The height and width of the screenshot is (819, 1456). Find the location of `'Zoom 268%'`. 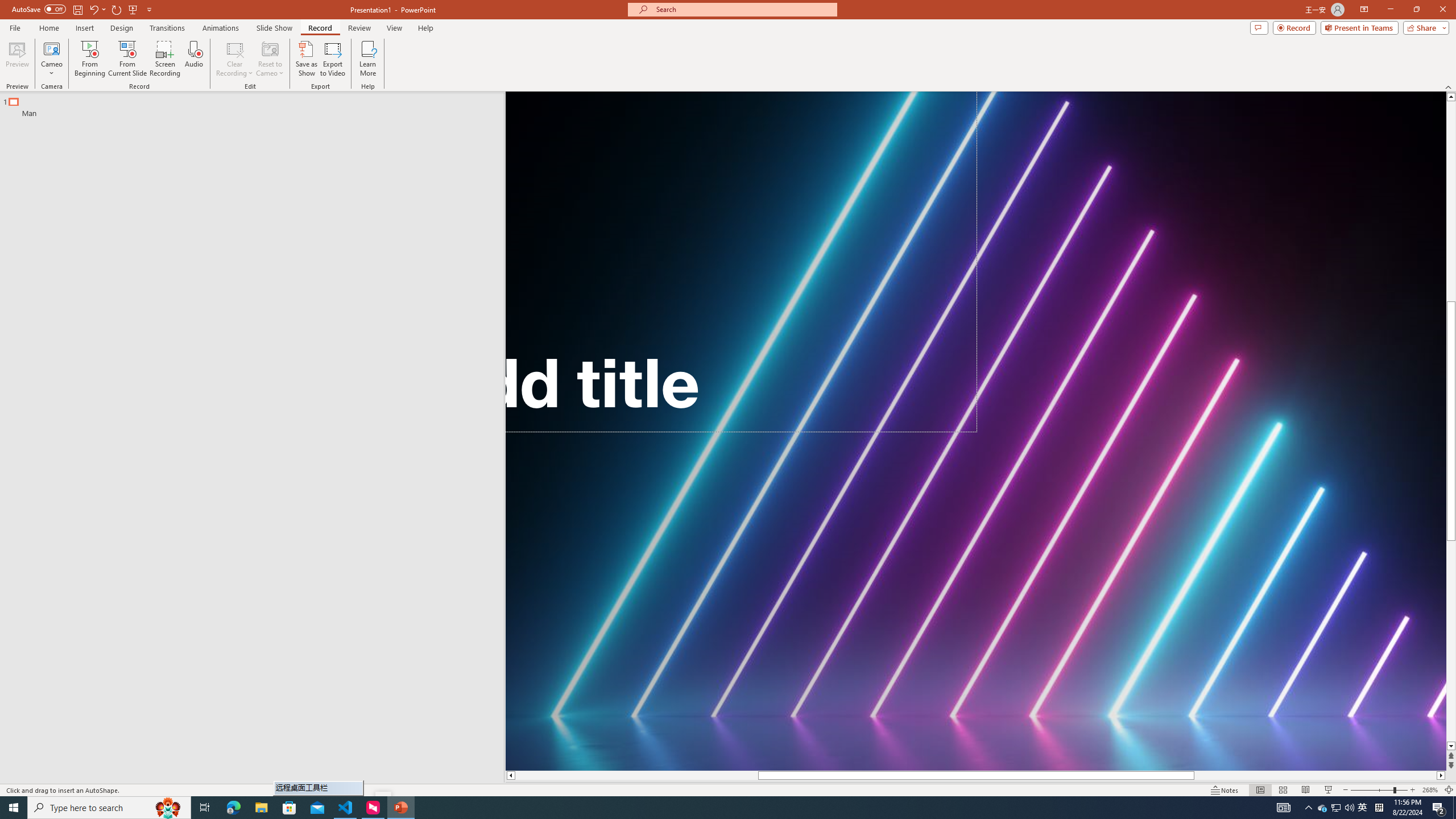

'Zoom 268%' is located at coordinates (1430, 790).